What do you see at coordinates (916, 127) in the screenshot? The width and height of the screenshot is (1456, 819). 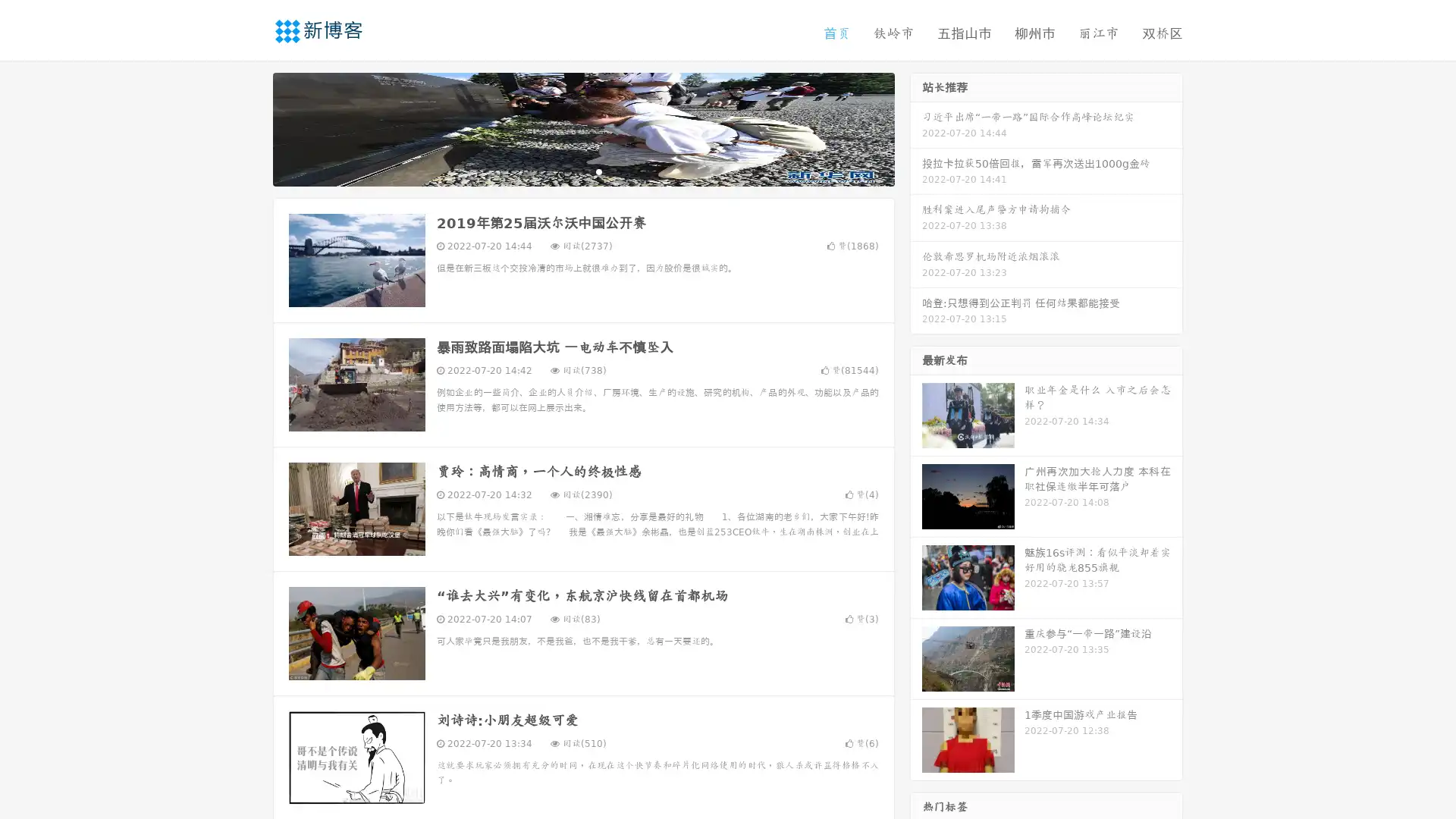 I see `Next slide` at bounding box center [916, 127].